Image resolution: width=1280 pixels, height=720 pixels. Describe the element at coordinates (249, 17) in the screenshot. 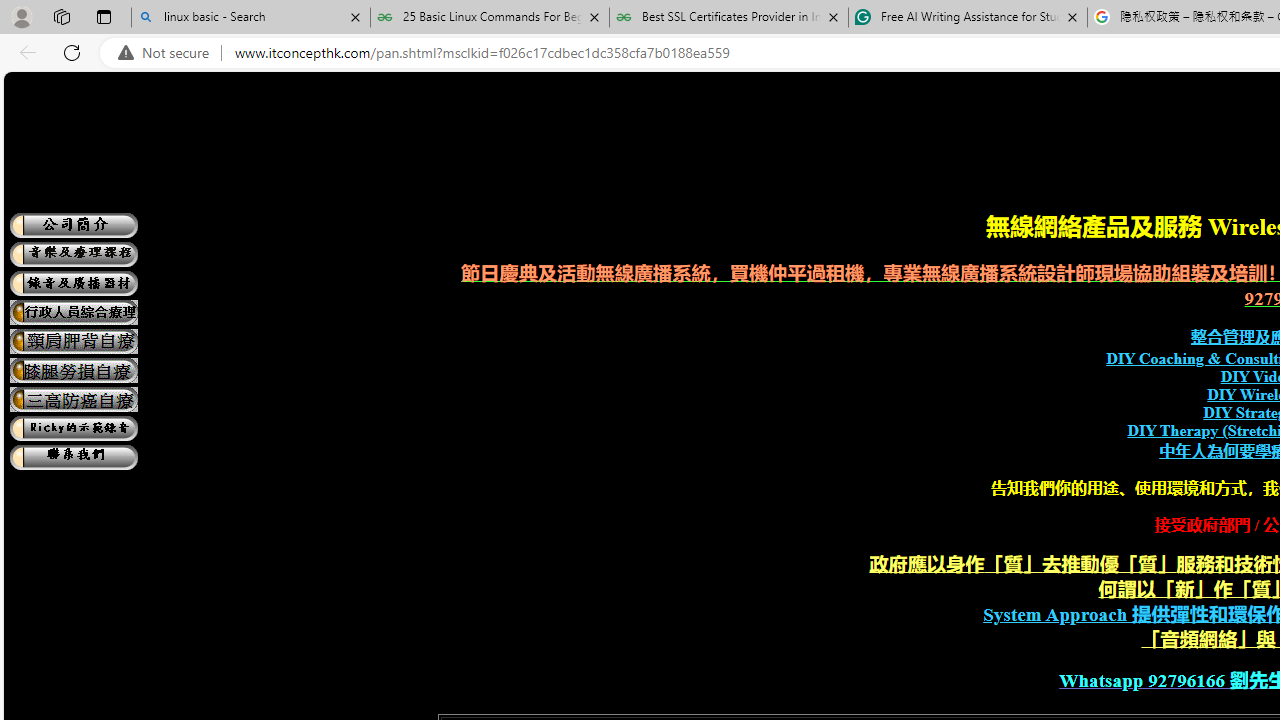

I see `'linux basic - Search'` at that location.